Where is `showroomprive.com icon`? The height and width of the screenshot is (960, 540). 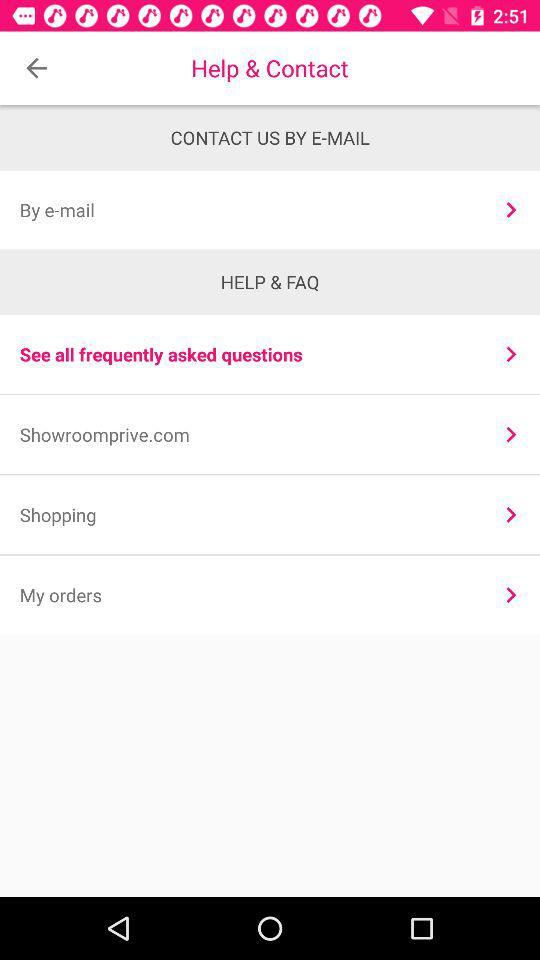
showroomprive.com icon is located at coordinates (247, 434).